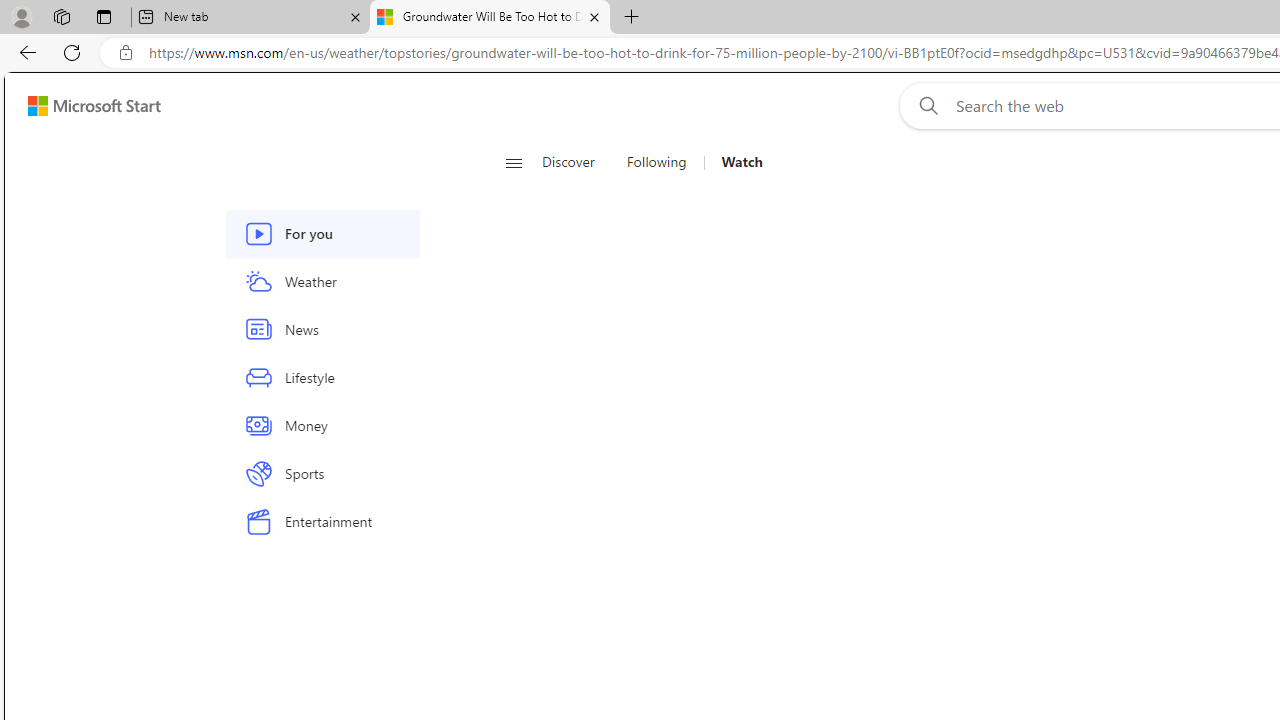  Describe the element at coordinates (86, 105) in the screenshot. I see `'Skip to content'` at that location.